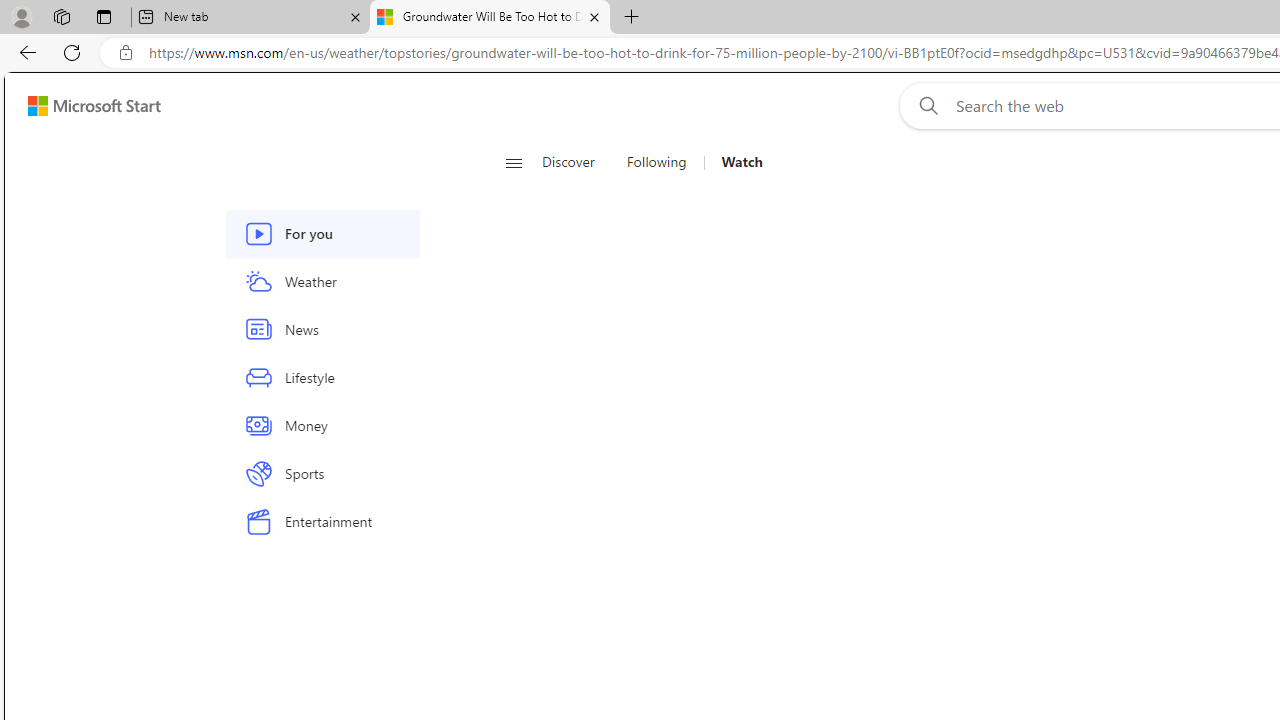  Describe the element at coordinates (86, 105) in the screenshot. I see `'Skip to content'` at that location.